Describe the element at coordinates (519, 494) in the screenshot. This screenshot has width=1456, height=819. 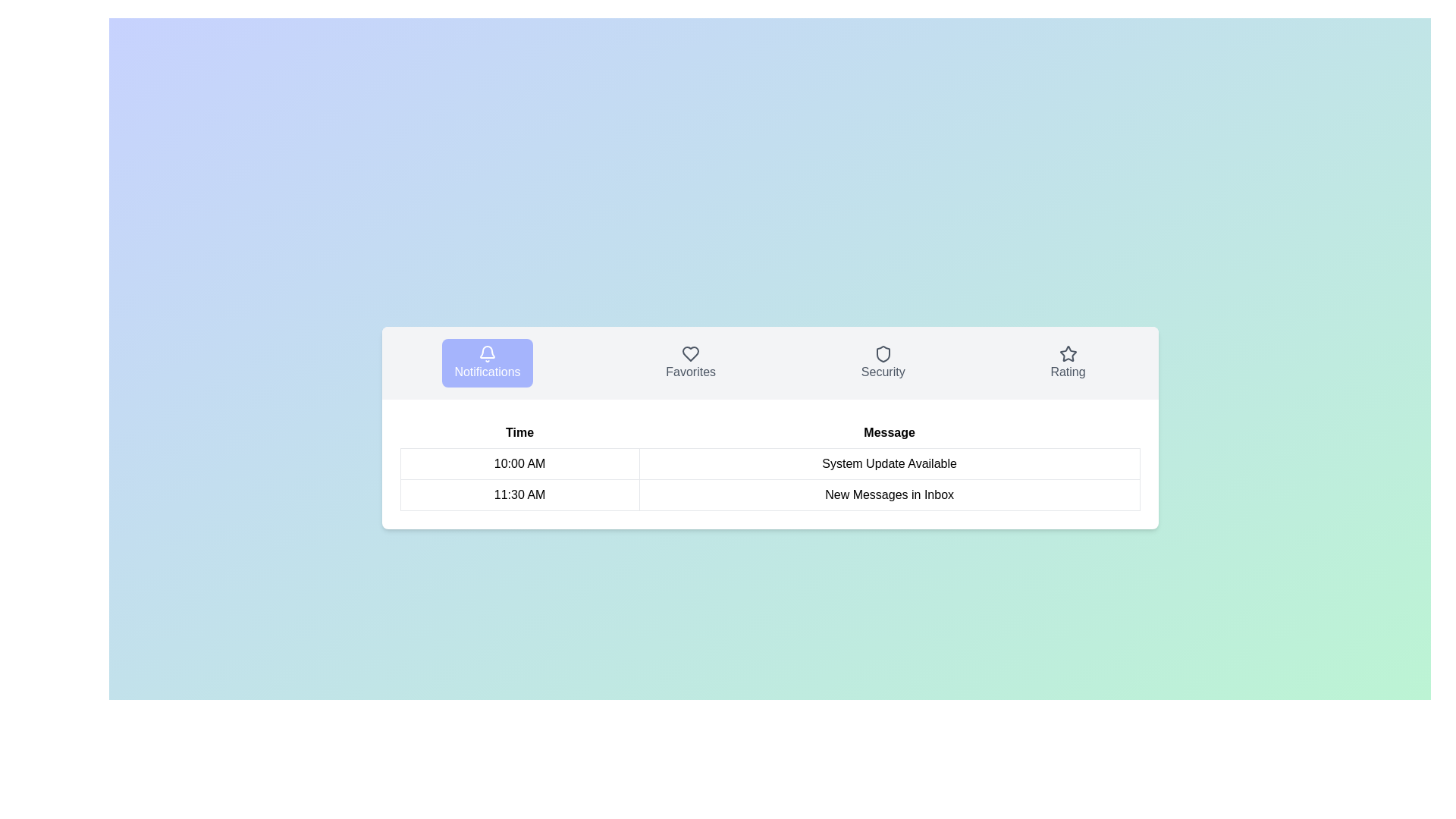
I see `the timestamp indicator text label located in the second row under the 'Time' column of the notification table` at that location.